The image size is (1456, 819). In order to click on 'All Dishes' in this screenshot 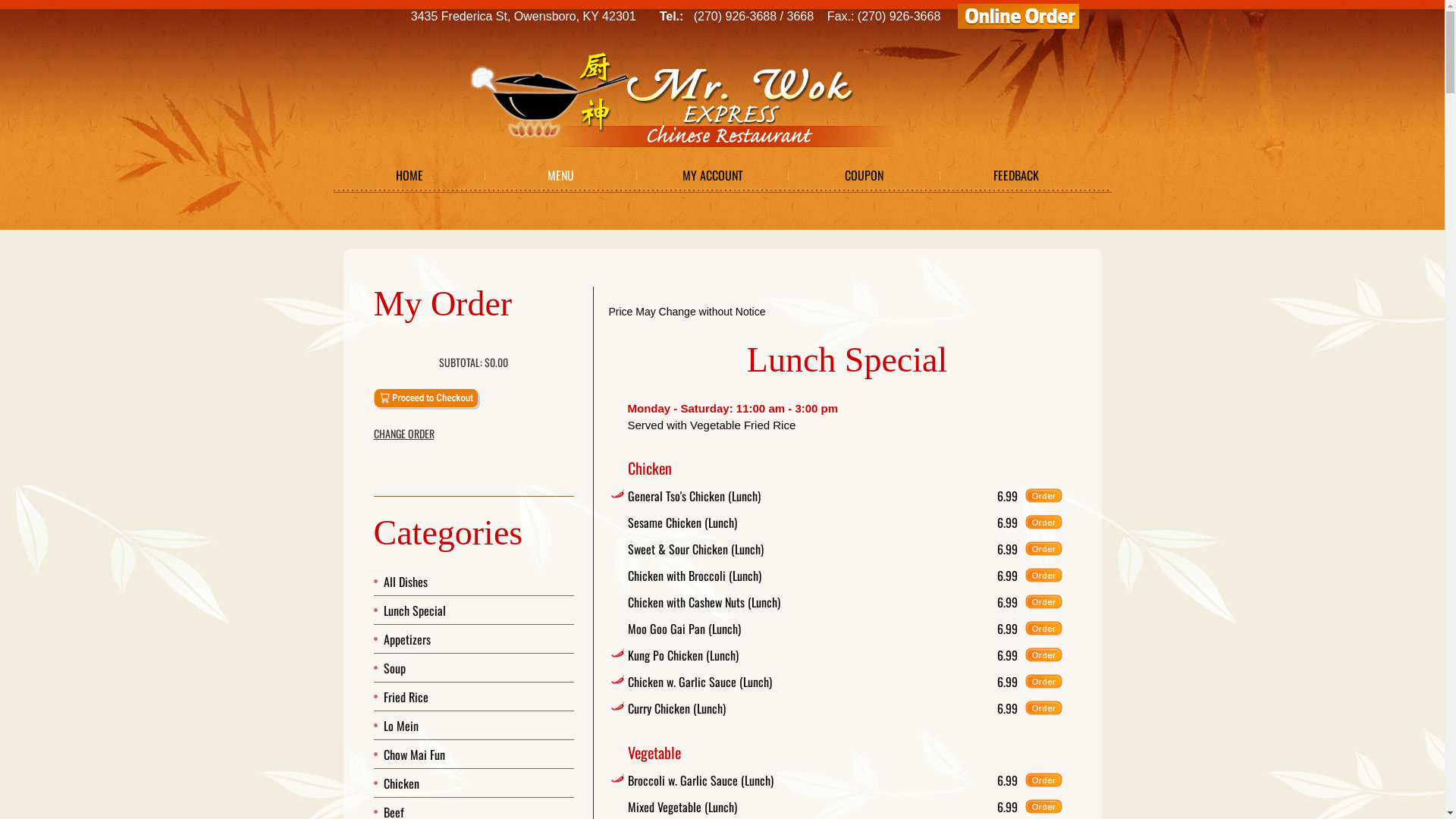, I will do `click(405, 581)`.